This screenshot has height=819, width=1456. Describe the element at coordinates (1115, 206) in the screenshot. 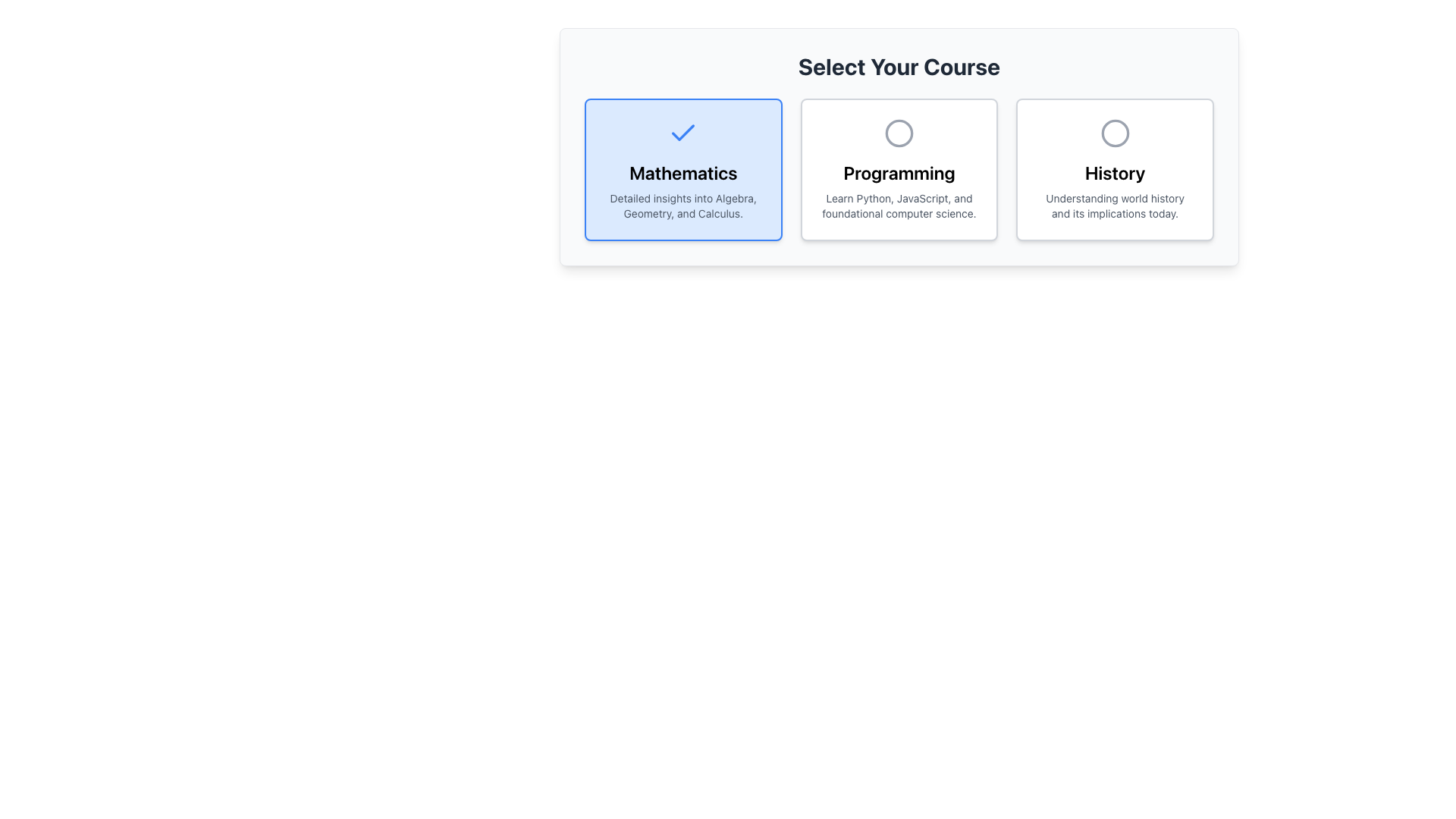

I see `the text label displaying 'Understanding world history and its implications today.' which is styled in light-gray font and located beneath the title 'History' in the rightmost section of the layout` at that location.